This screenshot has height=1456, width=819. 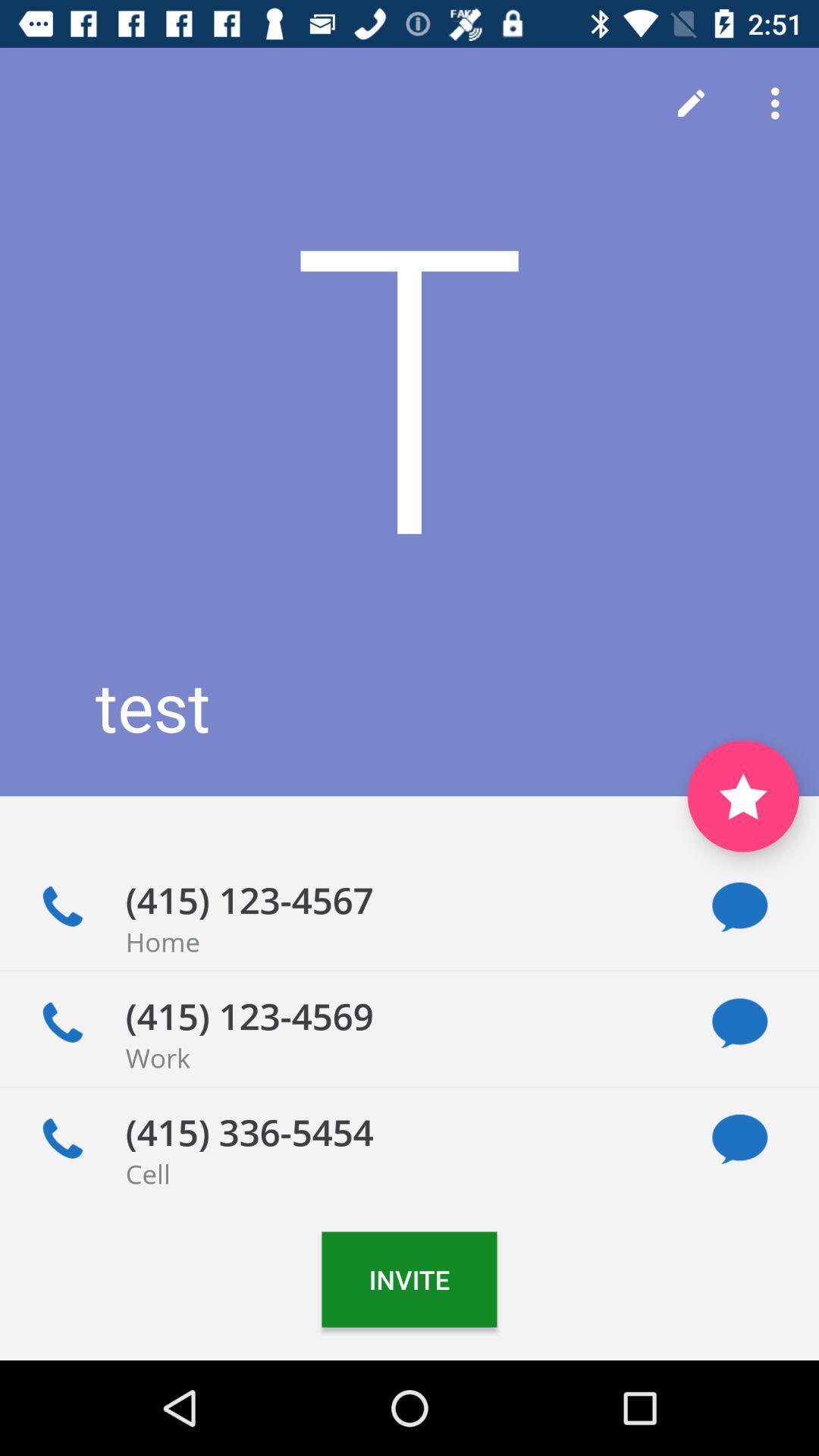 What do you see at coordinates (739, 1023) in the screenshot?
I see `send message to 415-123-4569` at bounding box center [739, 1023].